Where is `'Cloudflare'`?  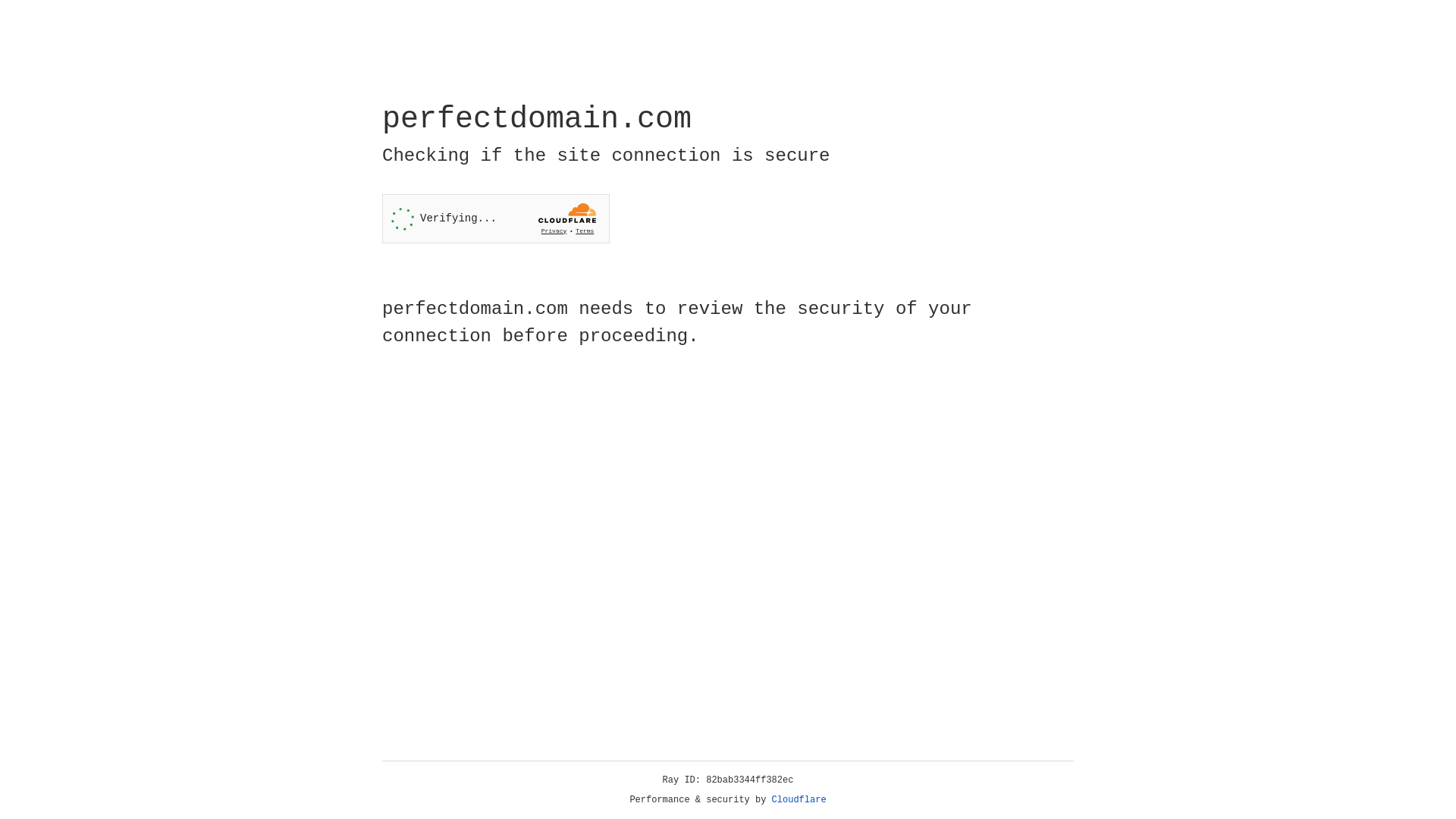
'Cloudflare' is located at coordinates (799, 799).